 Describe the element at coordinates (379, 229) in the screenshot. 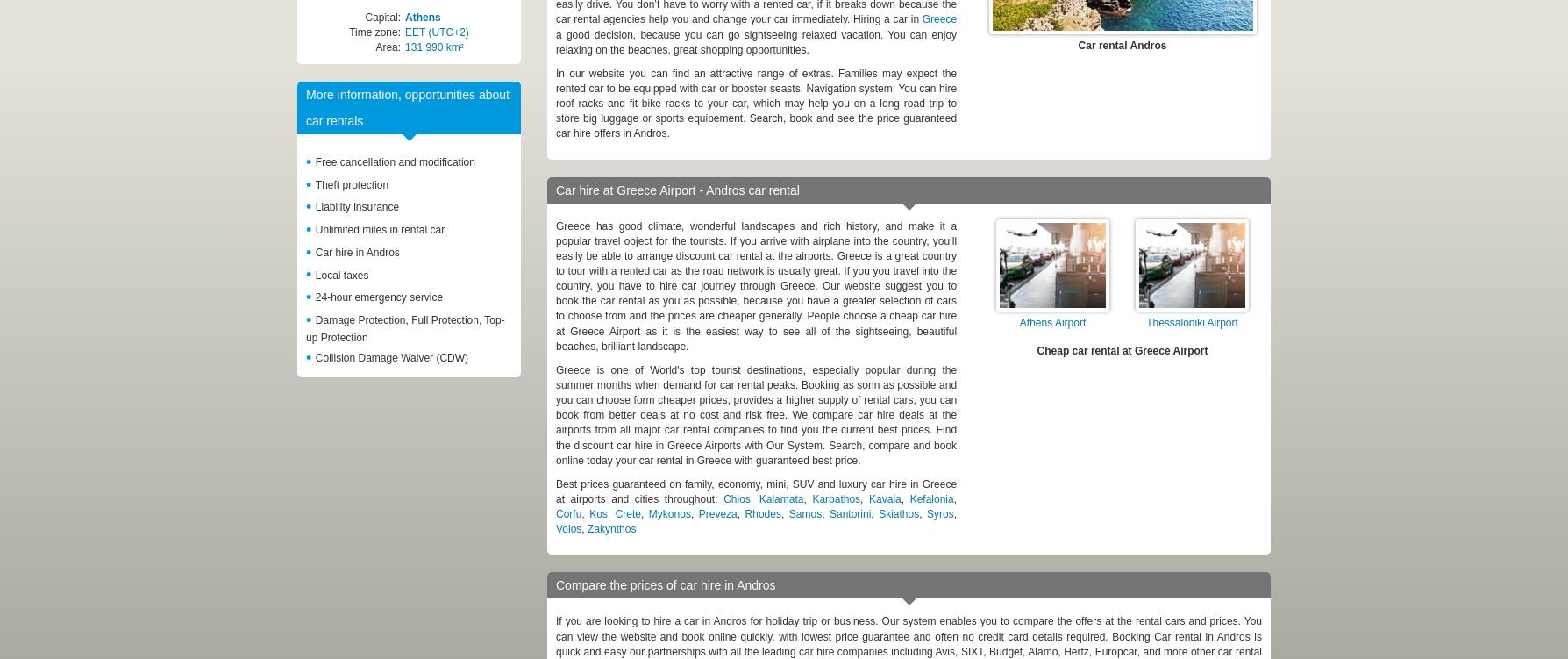

I see `'Unlimited miles in rental car'` at that location.